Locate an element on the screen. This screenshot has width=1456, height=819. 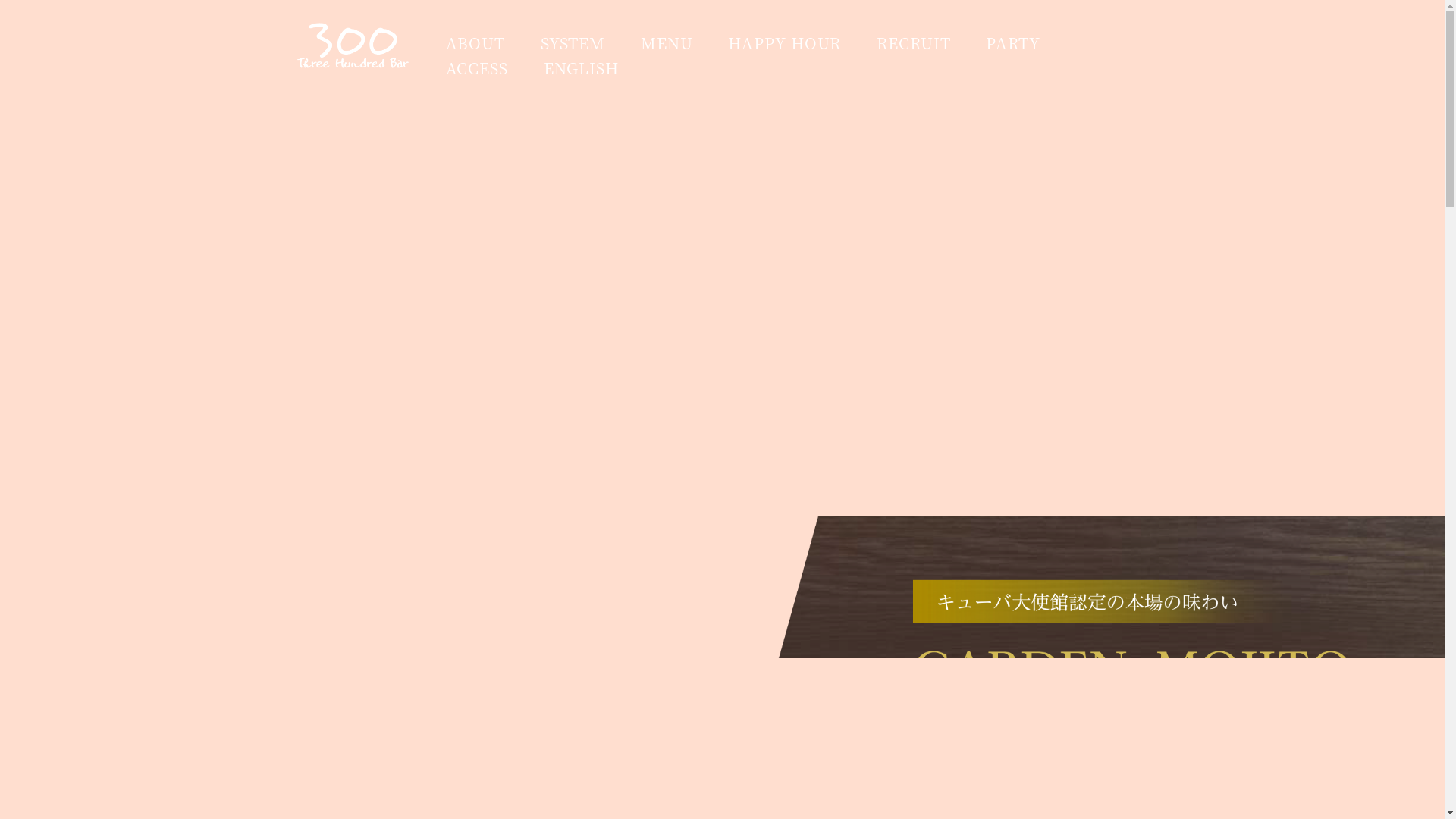
'PARTY' is located at coordinates (1012, 42).